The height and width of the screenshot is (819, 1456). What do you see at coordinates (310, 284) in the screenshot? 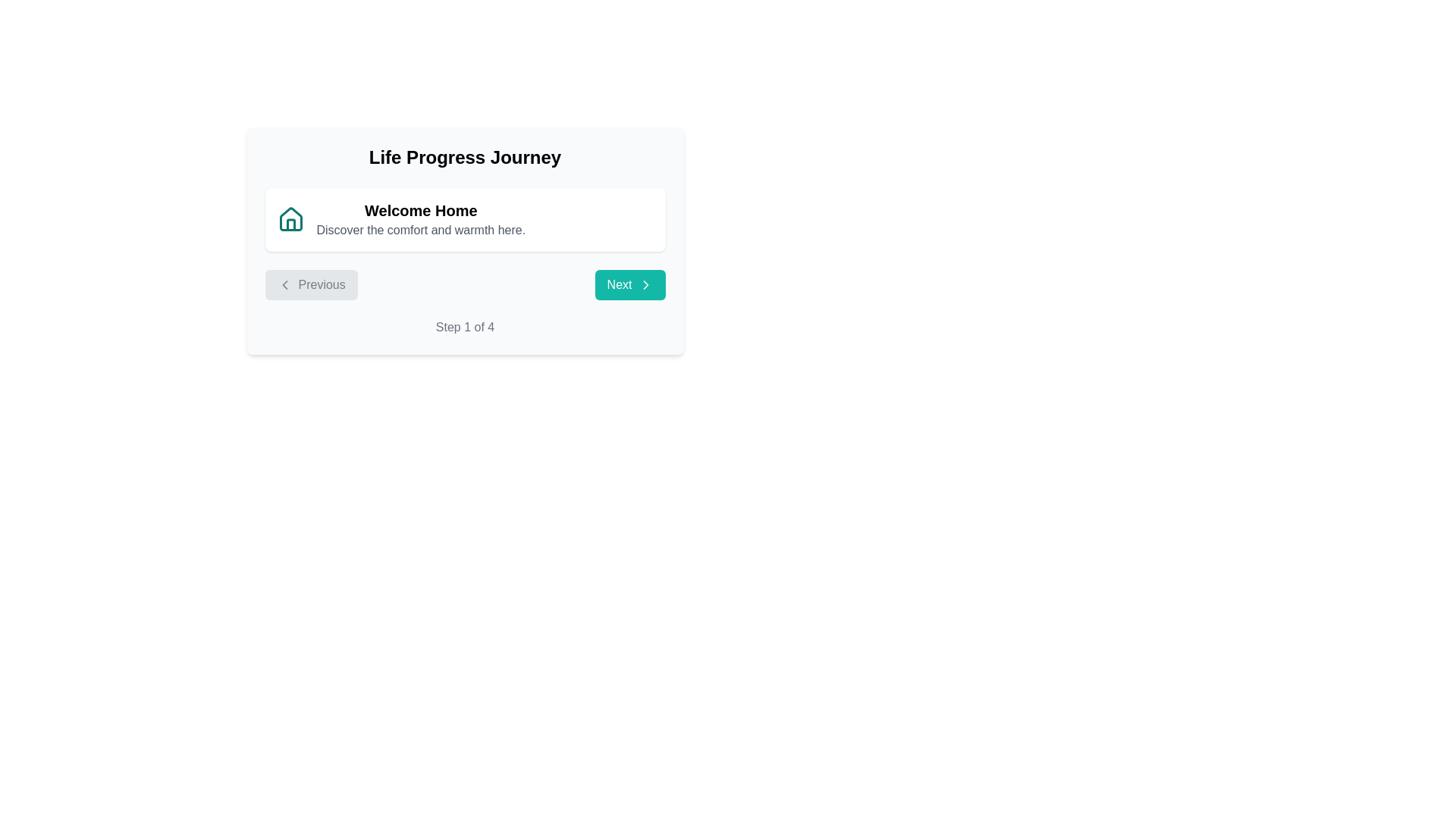
I see `the 'Previous' button with a rounded appearance and gray background, located on the left side of the navigation area` at bounding box center [310, 284].